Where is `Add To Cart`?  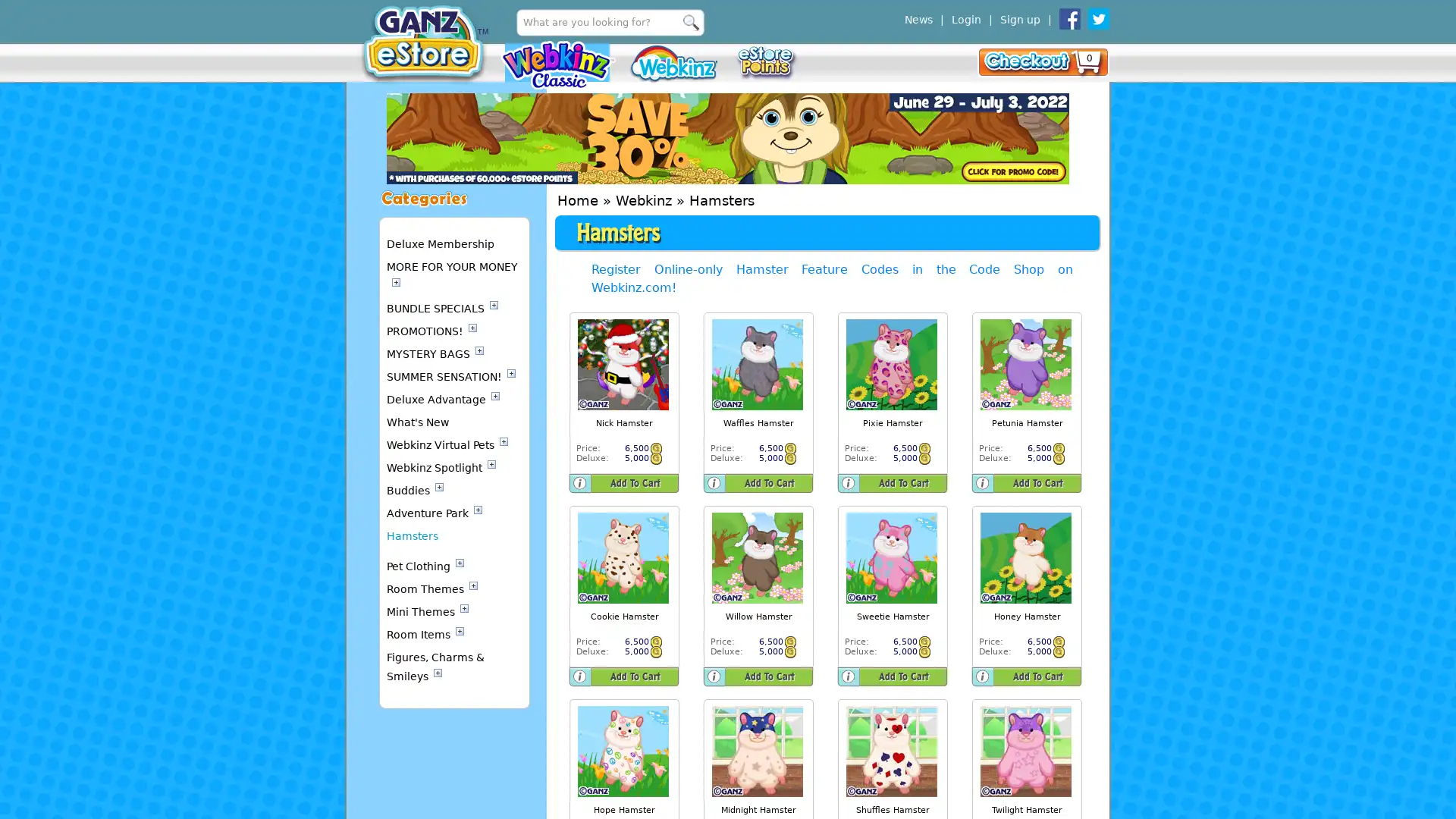
Add To Cart is located at coordinates (1037, 675).